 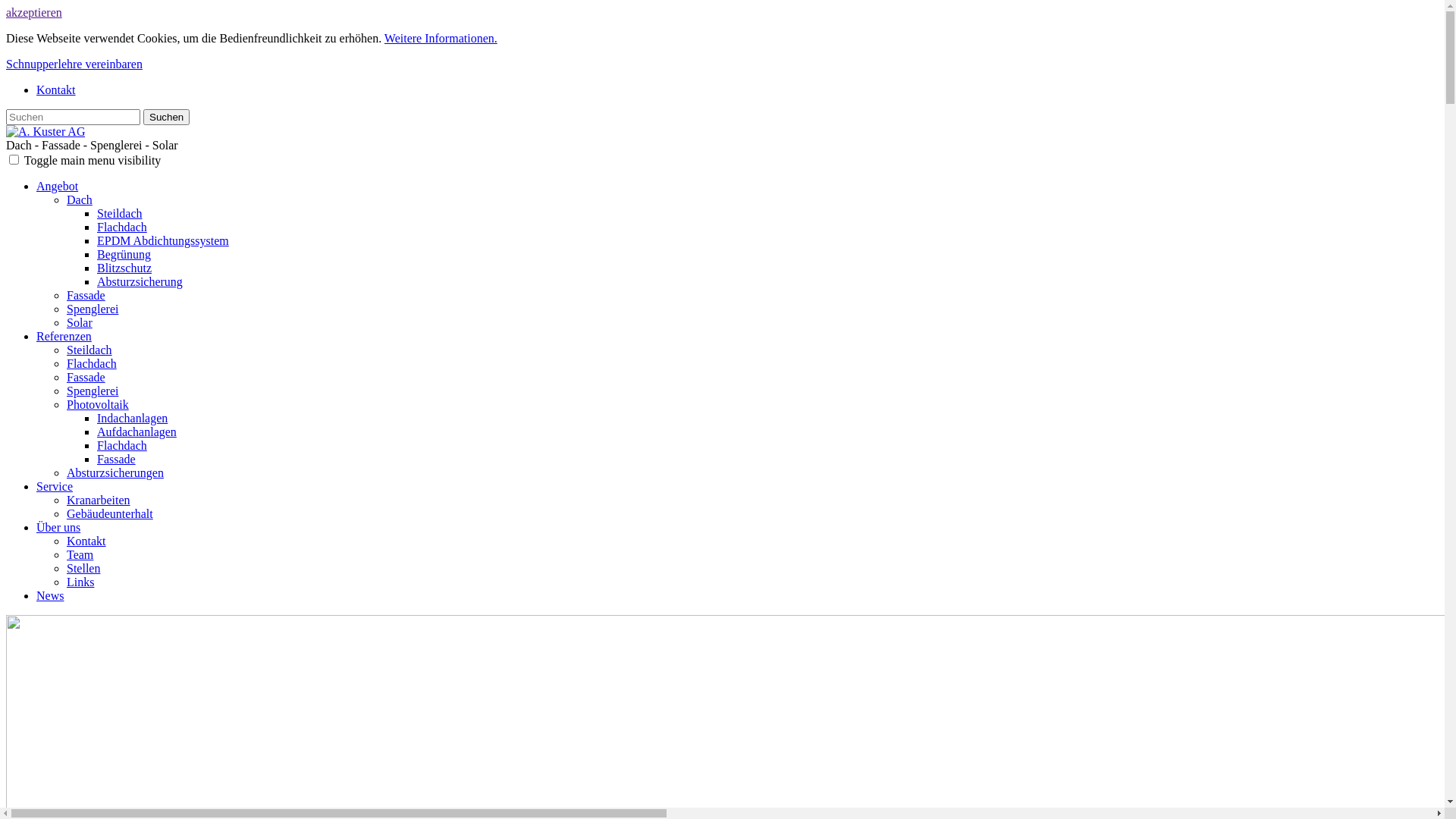 What do you see at coordinates (140, 281) in the screenshot?
I see `'Absturzsicherung'` at bounding box center [140, 281].